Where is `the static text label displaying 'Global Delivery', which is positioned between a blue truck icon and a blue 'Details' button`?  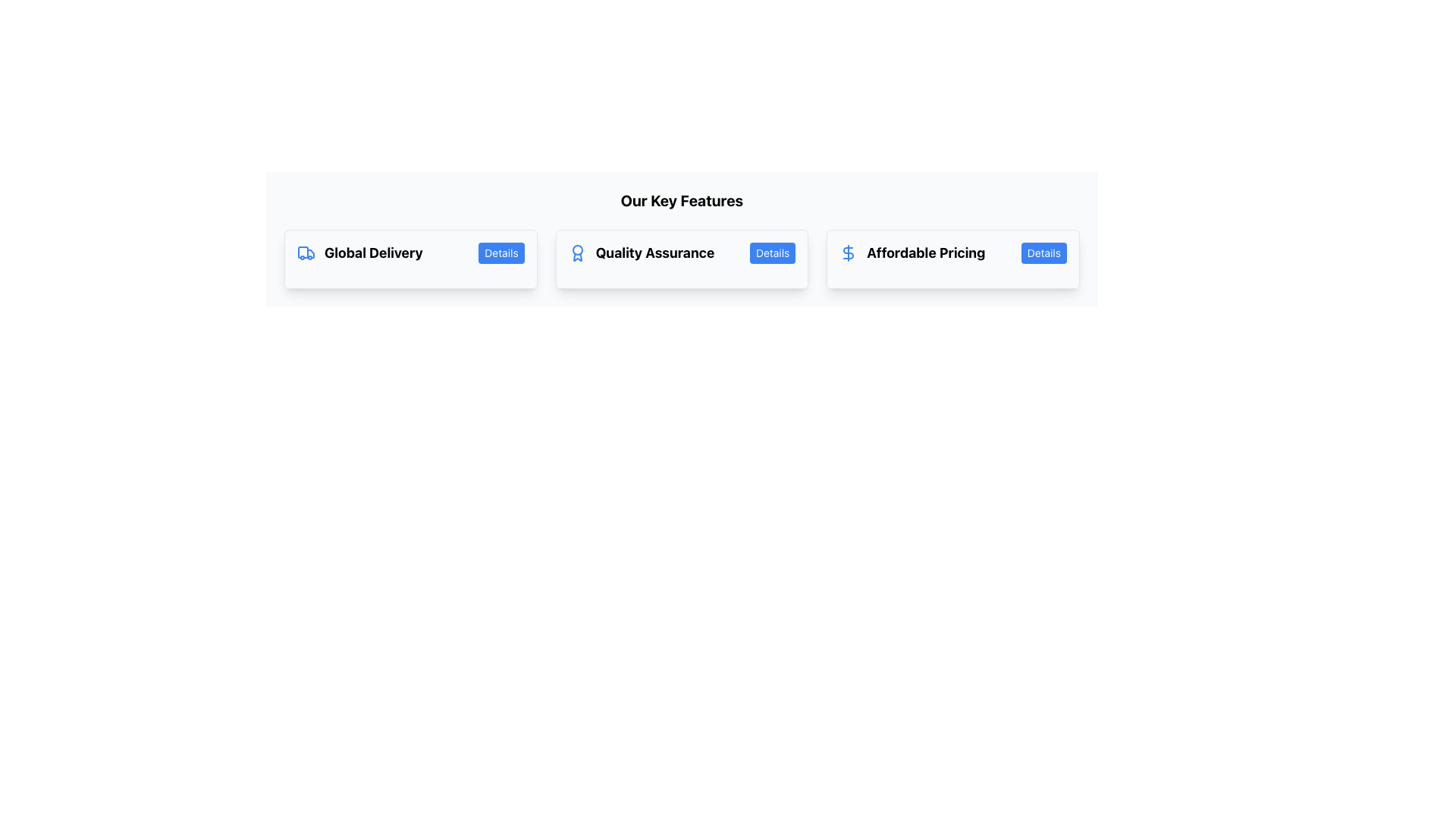
the static text label displaying 'Global Delivery', which is positioned between a blue truck icon and a blue 'Details' button is located at coordinates (373, 253).